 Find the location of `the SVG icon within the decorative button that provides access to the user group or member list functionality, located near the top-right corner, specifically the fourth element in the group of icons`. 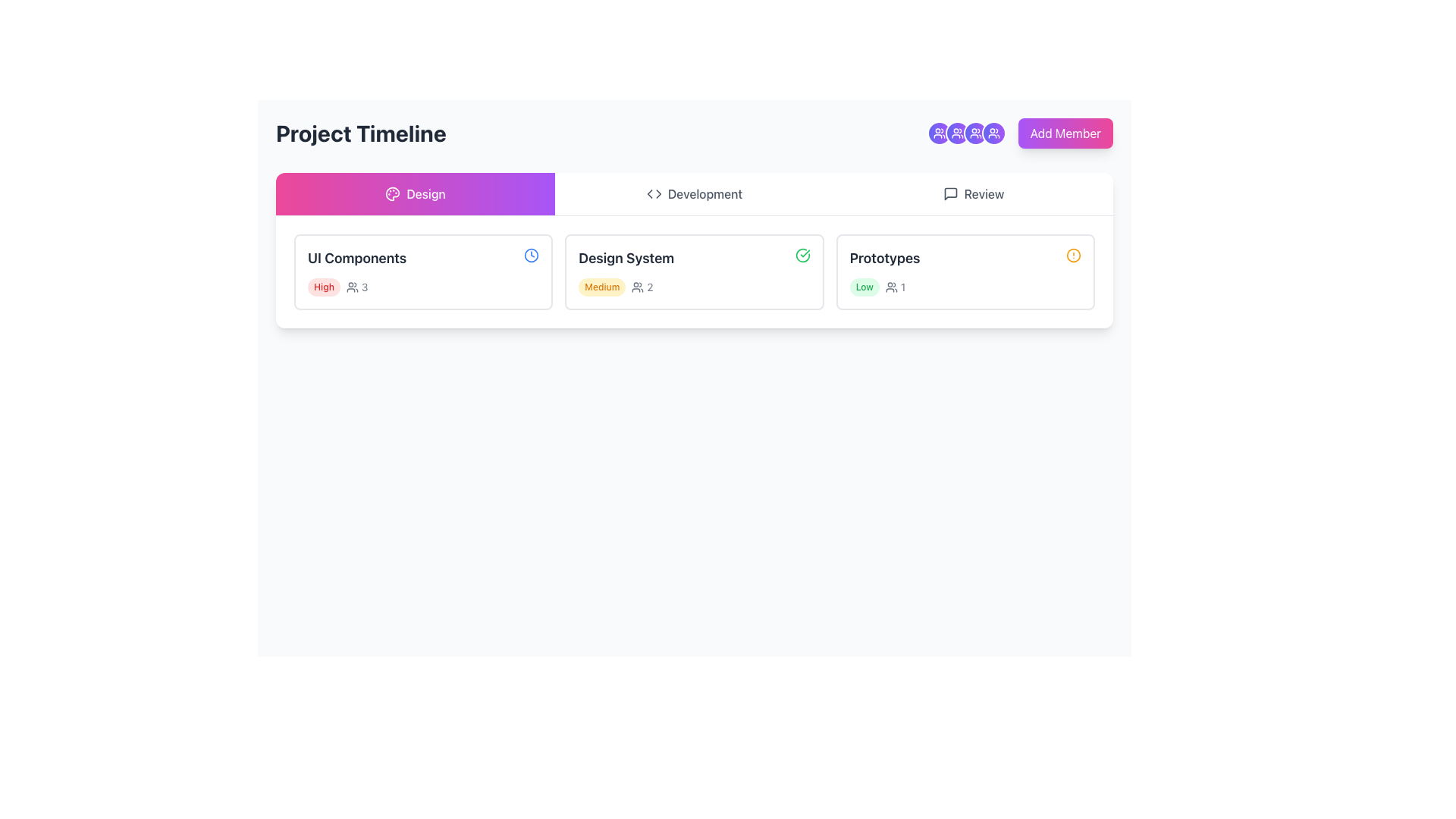

the SVG icon within the decorative button that provides access to the user group or member list functionality, located near the top-right corner, specifically the fourth element in the group of icons is located at coordinates (956, 133).